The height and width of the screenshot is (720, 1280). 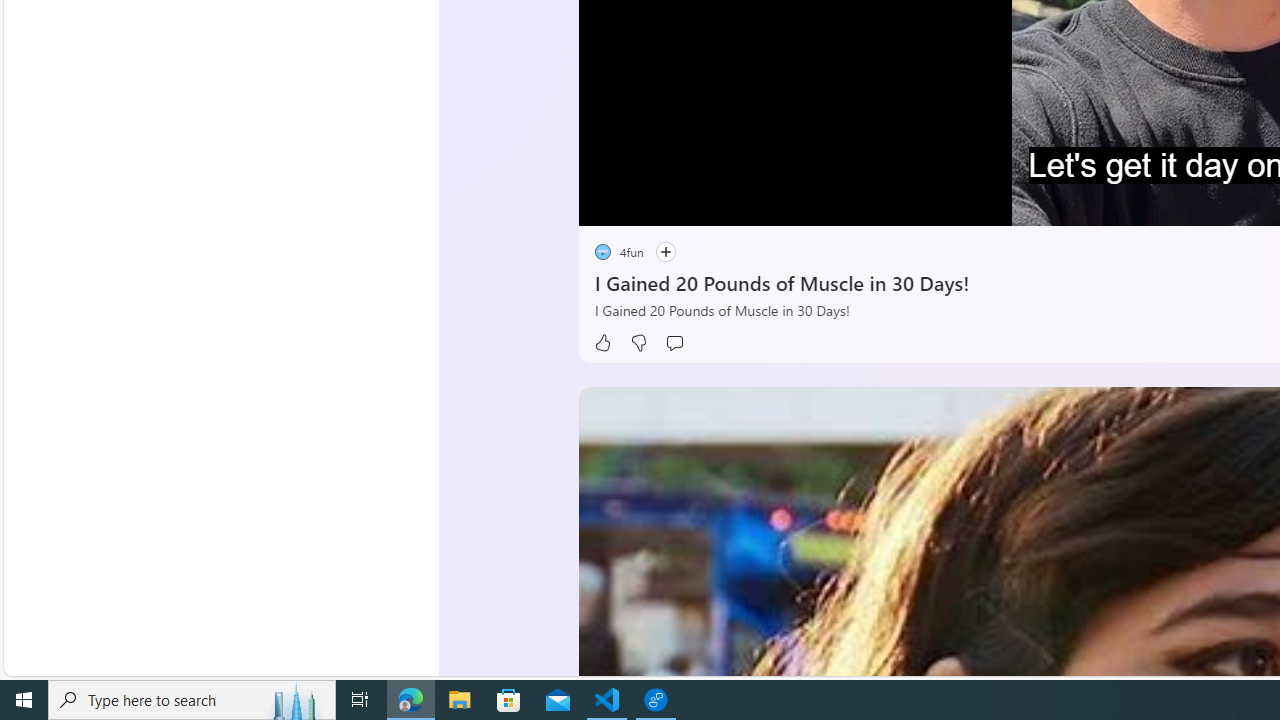 What do you see at coordinates (673, 342) in the screenshot?
I see `'Start the conversation'` at bounding box center [673, 342].